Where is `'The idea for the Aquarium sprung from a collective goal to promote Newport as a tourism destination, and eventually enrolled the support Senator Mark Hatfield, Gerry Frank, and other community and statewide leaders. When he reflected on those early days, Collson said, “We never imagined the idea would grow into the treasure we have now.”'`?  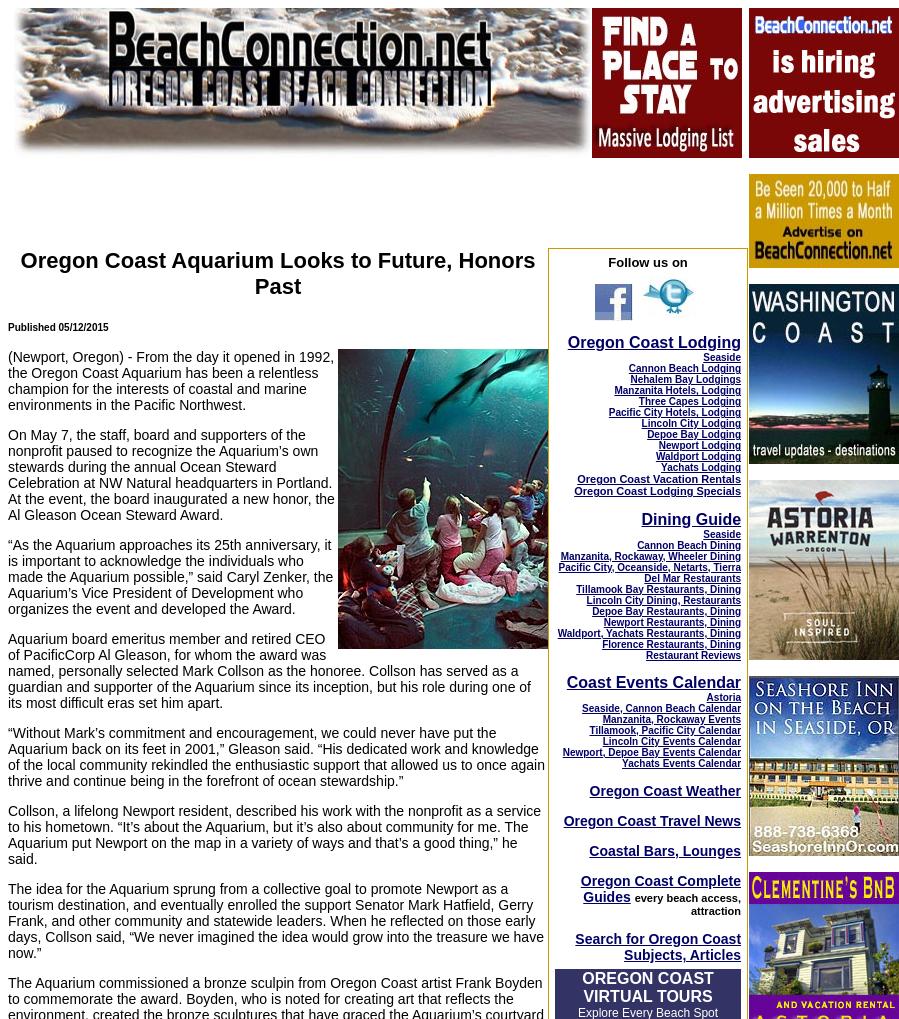
'The idea for the Aquarium sprung from a collective goal to promote Newport as a tourism destination, and eventually enrolled the support Senator Mark Hatfield, Gerry Frank, and other community and statewide leaders. When he reflected on those early days, Collson said, “We never imagined the idea would grow into the treasure we have now.”' is located at coordinates (275, 920).